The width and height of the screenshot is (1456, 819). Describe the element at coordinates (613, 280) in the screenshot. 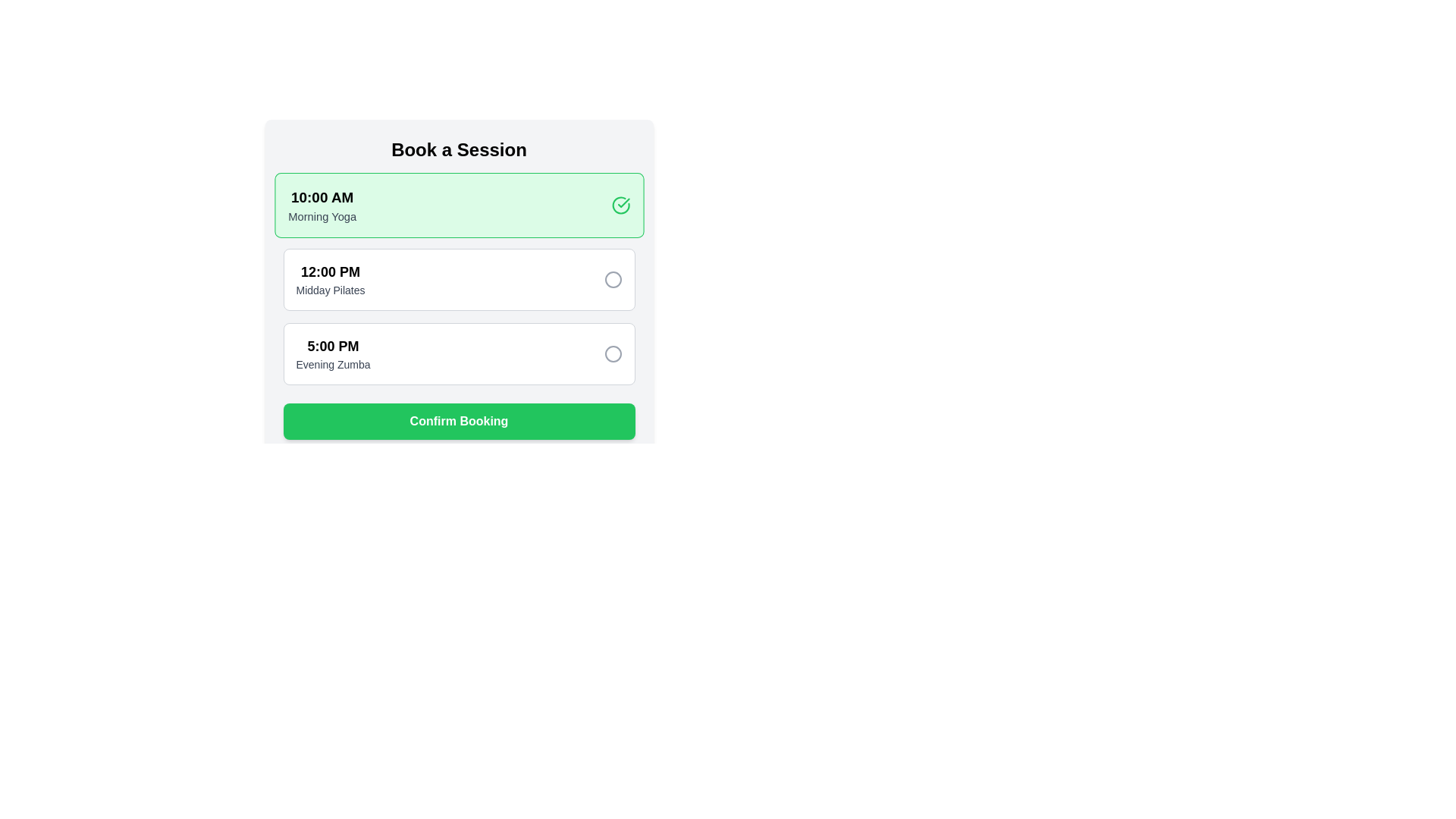

I see `the circular radio button located on the right side of the interface next to '12:00 PM - Midday Pilates'` at that location.